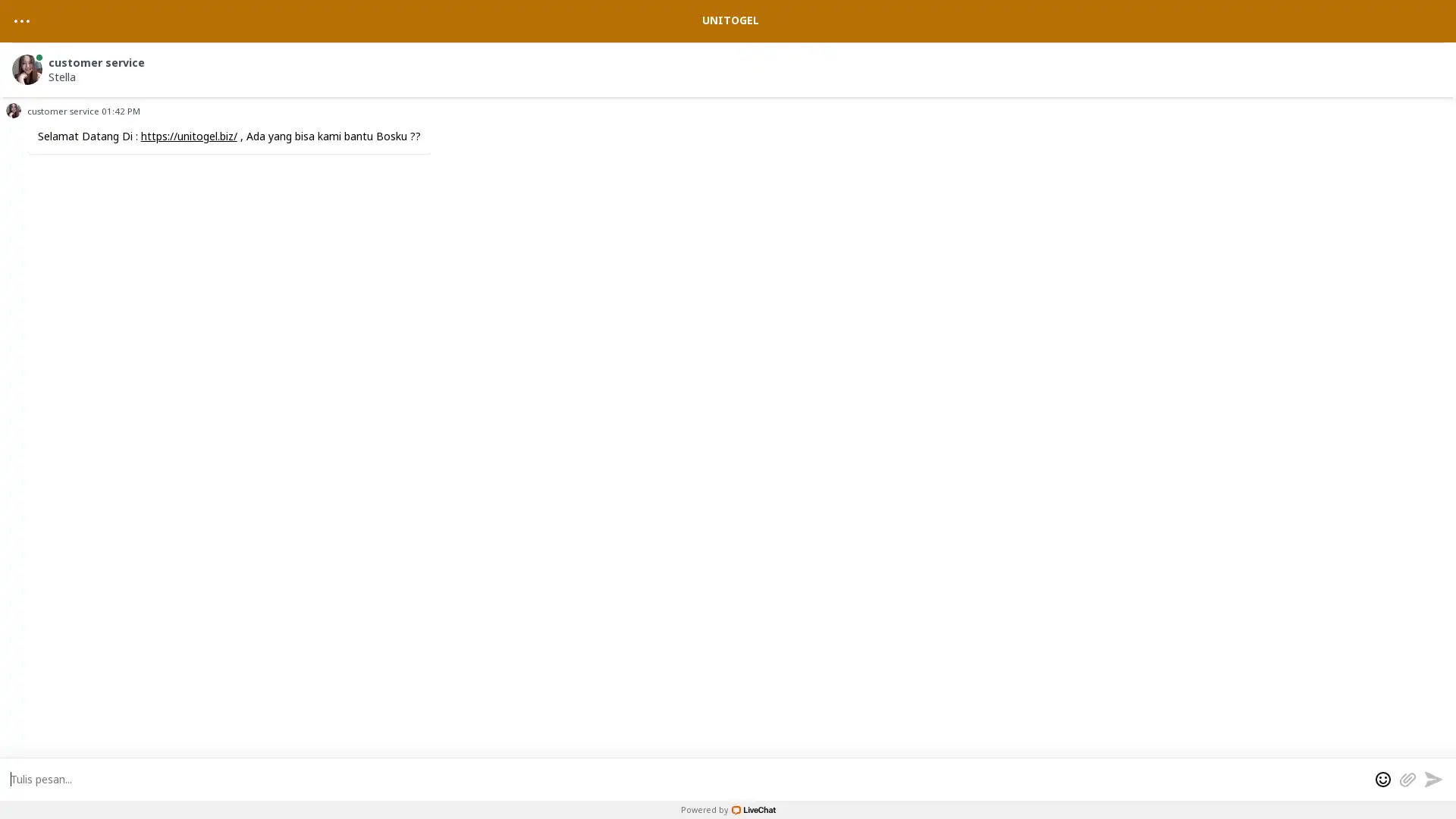  Describe the element at coordinates (1407, 778) in the screenshot. I see `Send a file` at that location.